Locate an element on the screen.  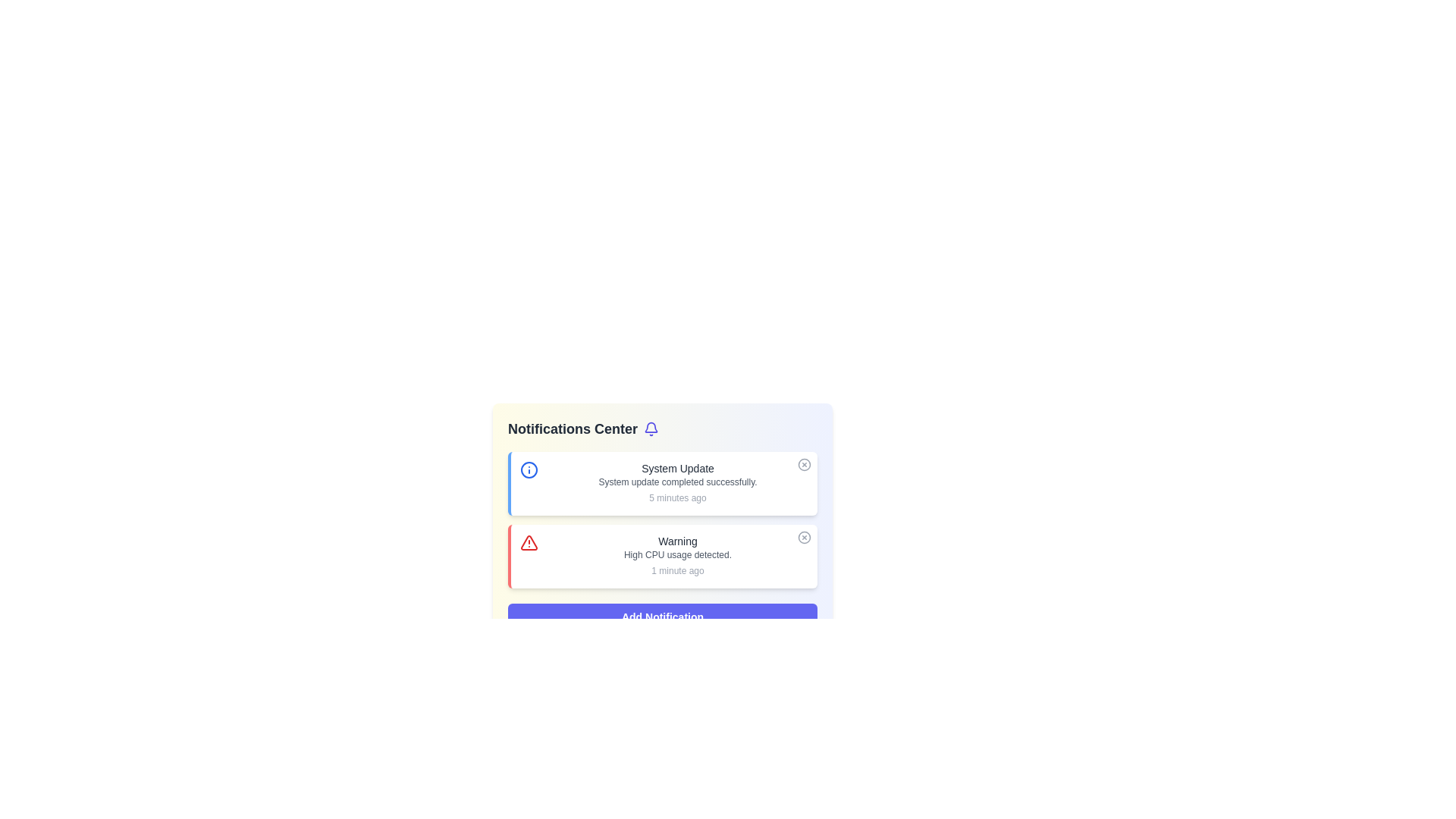
the circular decorative SVG element, which is a black stroke circle centered within the close icon of the 'System Update' notification card is located at coordinates (803, 464).